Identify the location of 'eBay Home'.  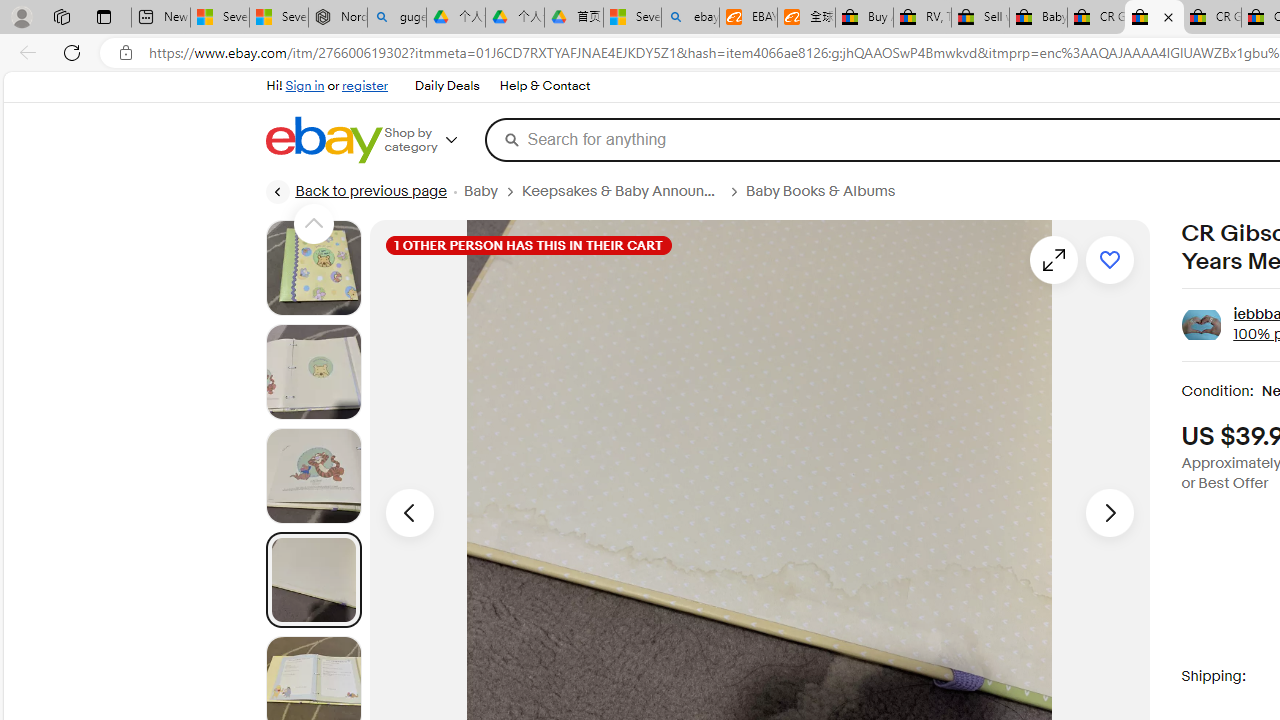
(323, 139).